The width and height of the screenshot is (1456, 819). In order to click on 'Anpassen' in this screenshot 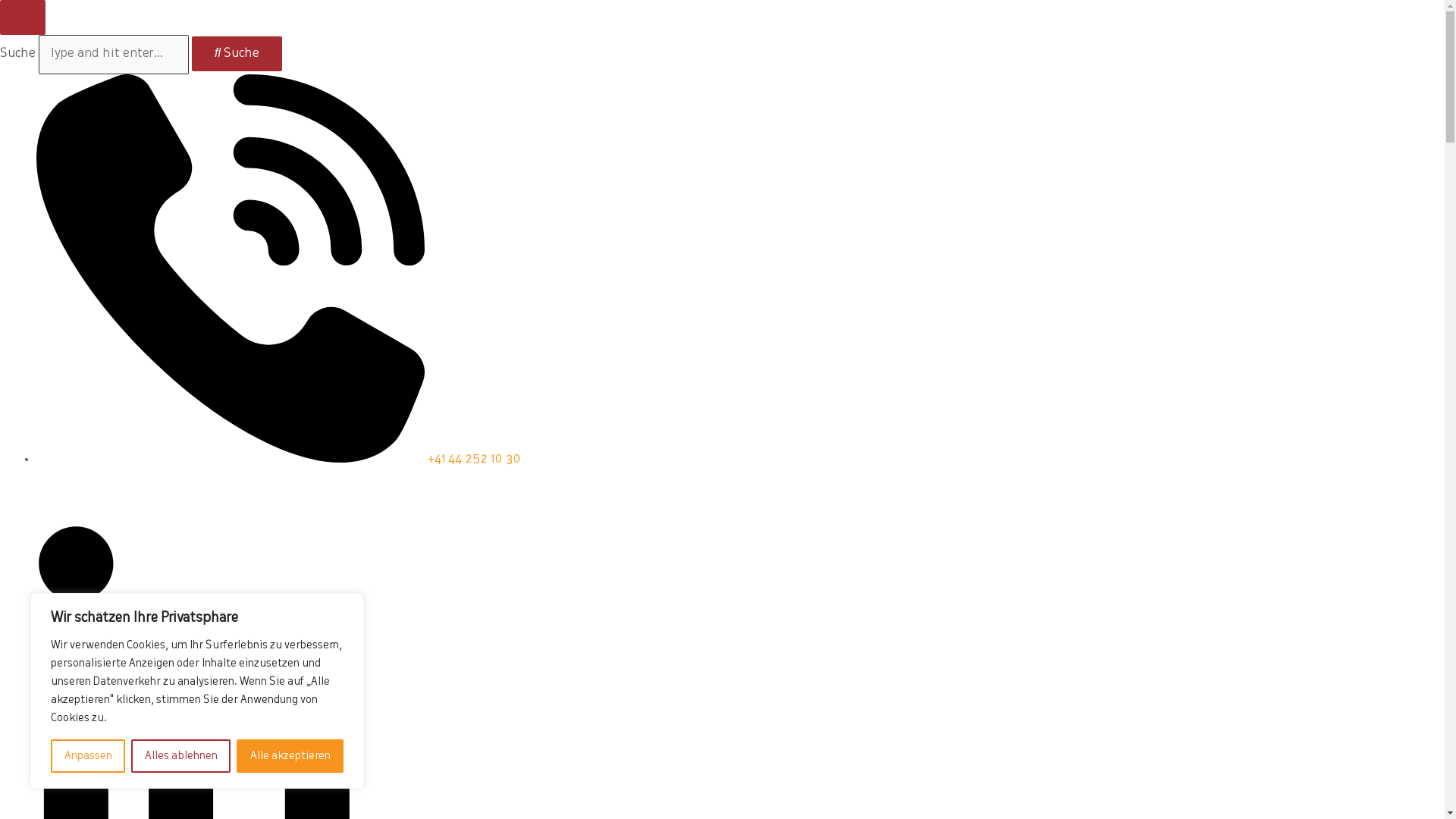, I will do `click(86, 755)`.